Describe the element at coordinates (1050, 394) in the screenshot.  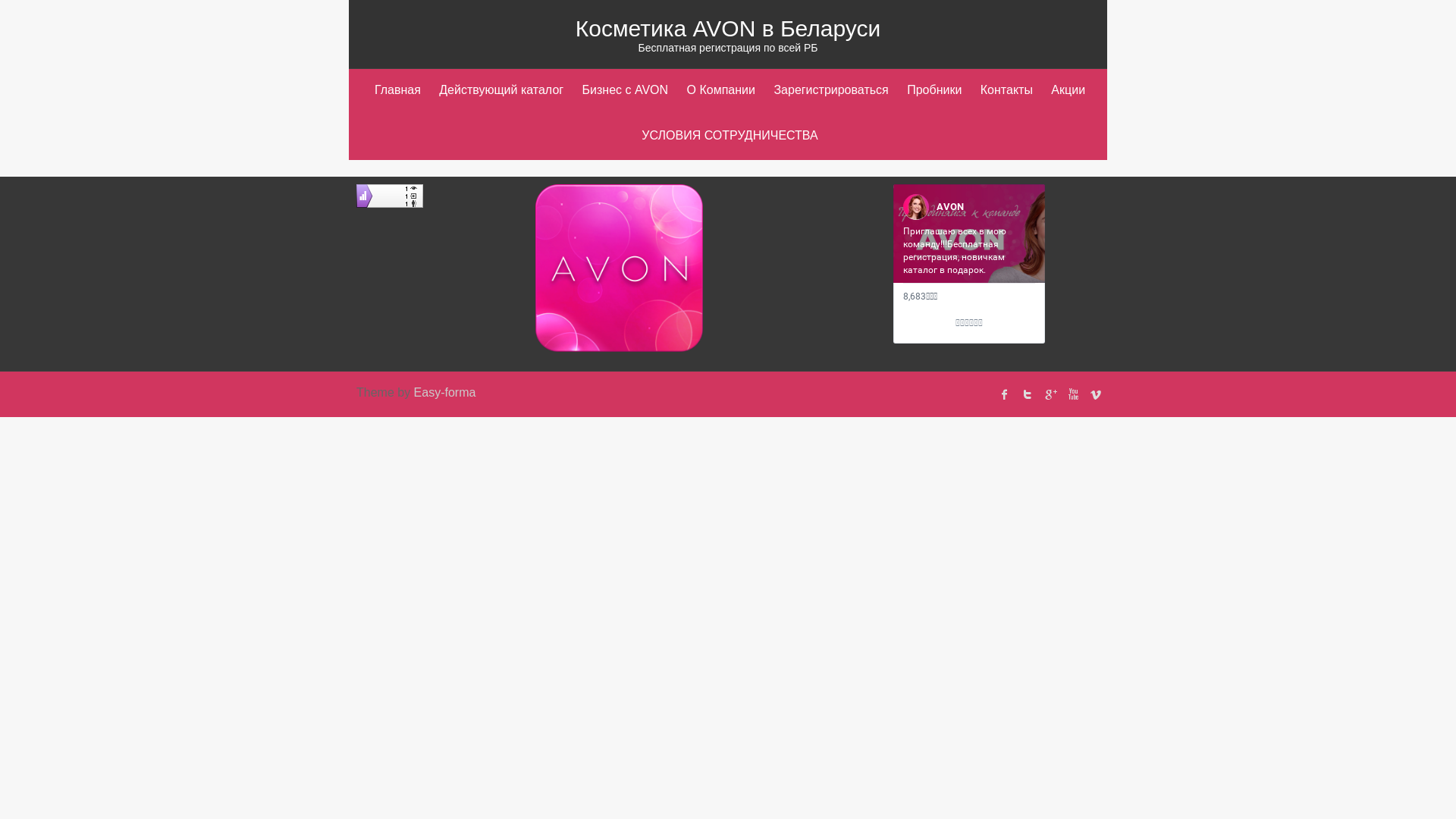
I see `'Google Plus'` at that location.